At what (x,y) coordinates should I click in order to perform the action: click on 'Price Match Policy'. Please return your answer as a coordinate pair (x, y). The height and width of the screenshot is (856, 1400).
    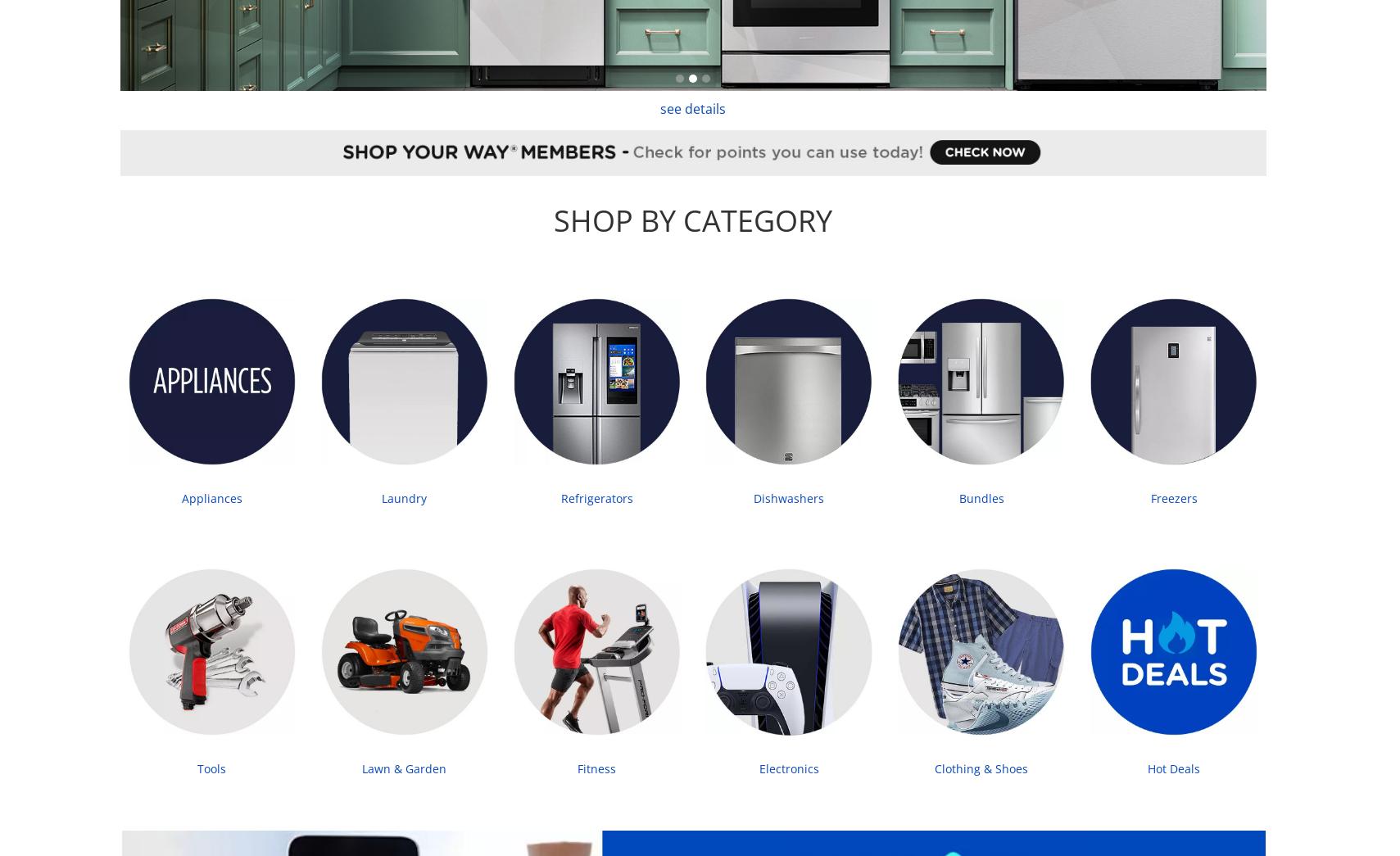
    Looking at the image, I should click on (298, 571).